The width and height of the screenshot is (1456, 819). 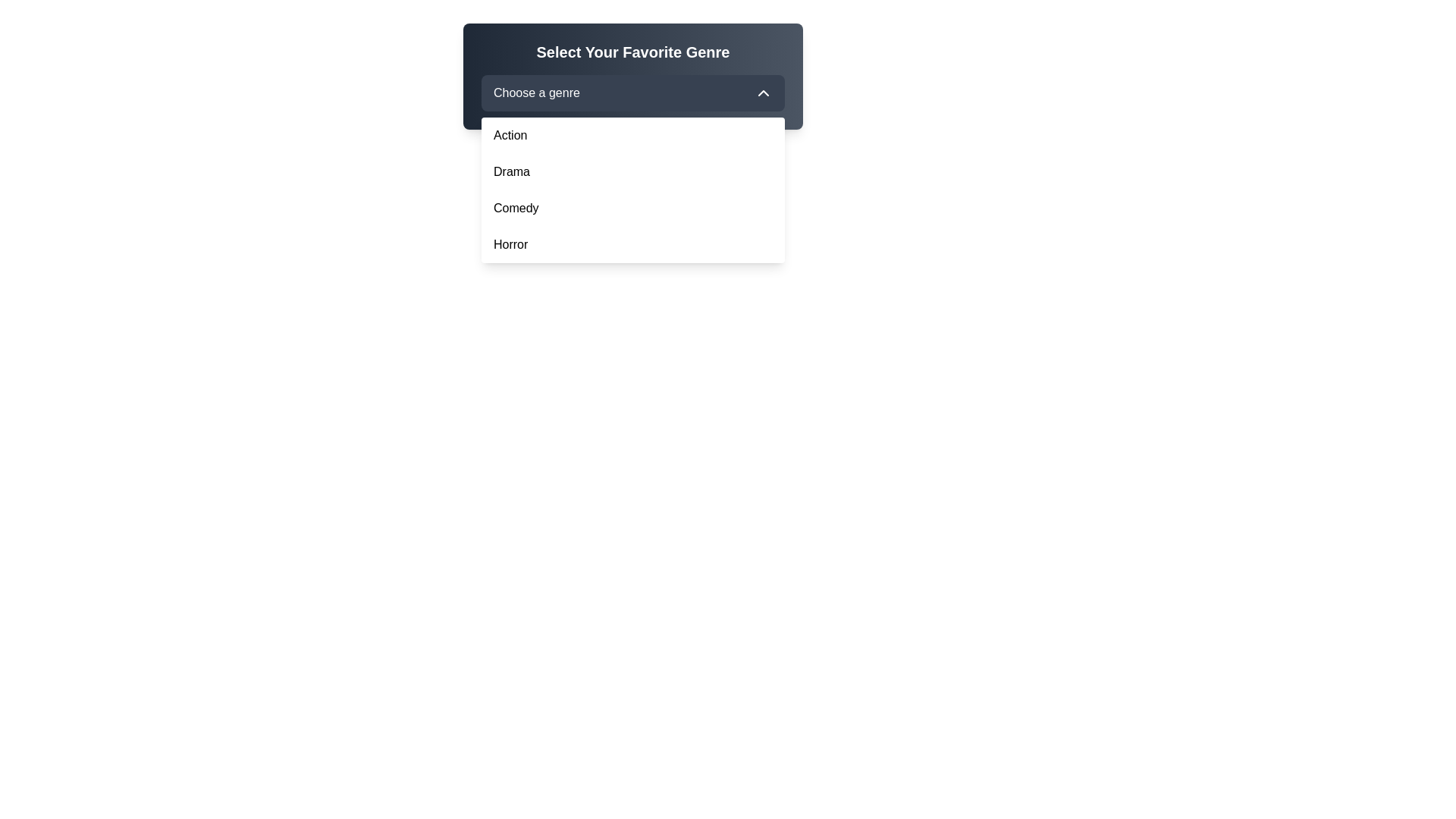 I want to click on the icon indicating the state of the dropdown menu for the 'Choose a genre' button in the 'Select Your Favorite Genre' dropdown interface, so click(x=764, y=93).